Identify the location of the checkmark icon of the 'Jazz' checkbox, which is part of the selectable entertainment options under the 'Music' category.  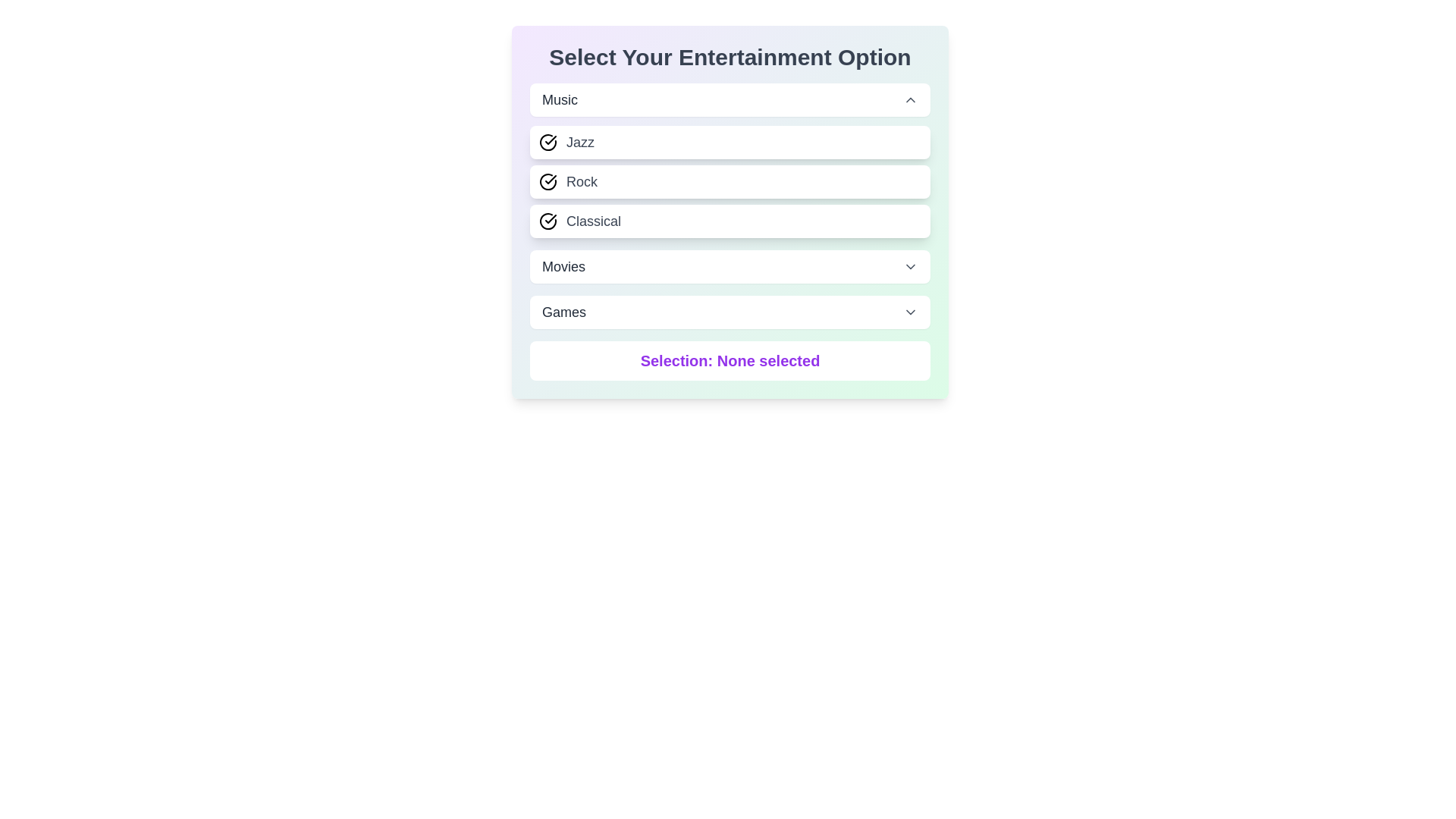
(550, 140).